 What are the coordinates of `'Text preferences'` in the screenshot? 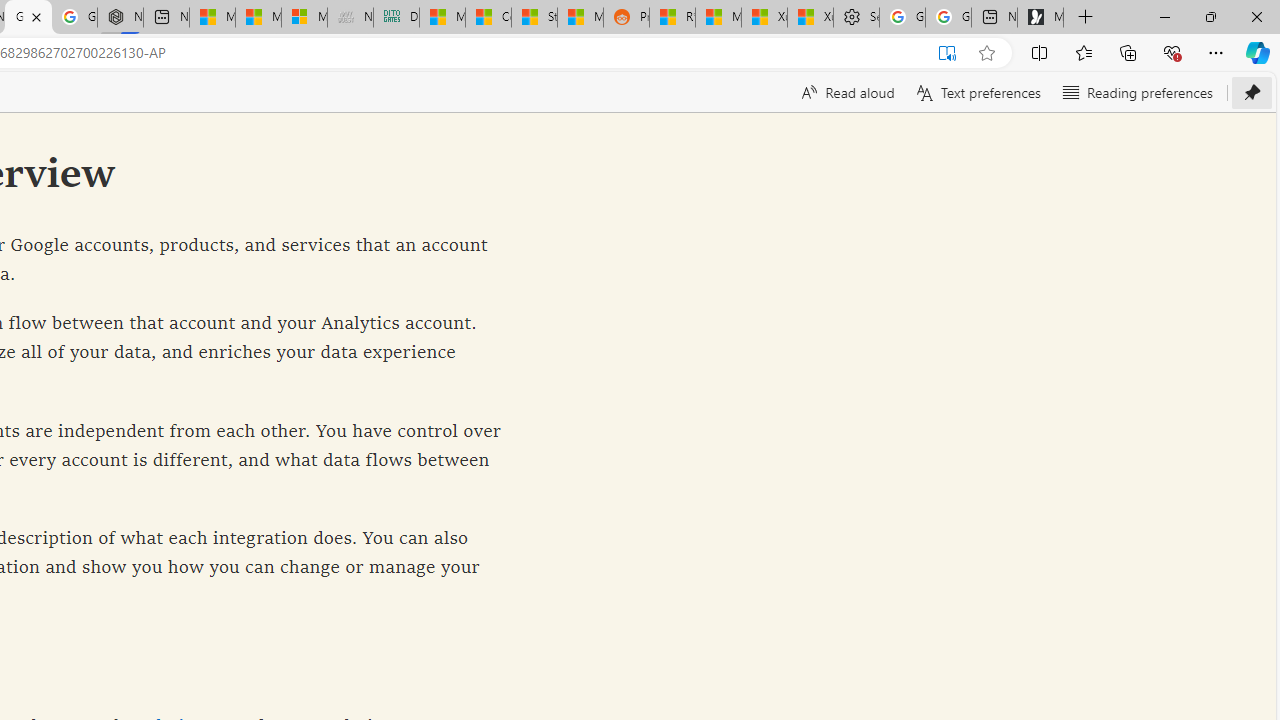 It's located at (977, 92).